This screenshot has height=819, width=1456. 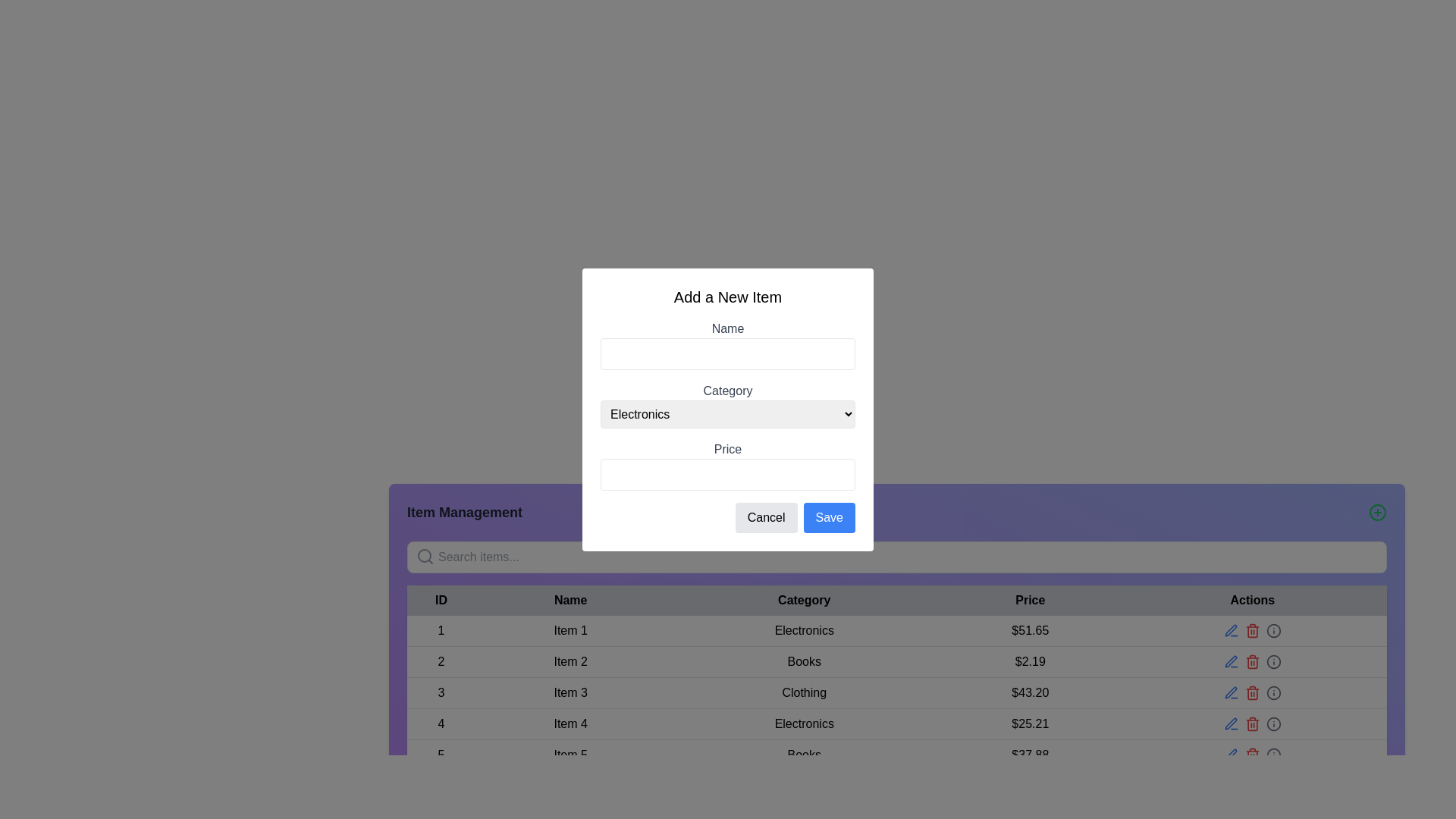 I want to click on an option from the dropdown menu labeled 'Category' located in the 'Add a New Item' modal dialog box, positioned centrally below the label 'Category', so click(x=728, y=414).